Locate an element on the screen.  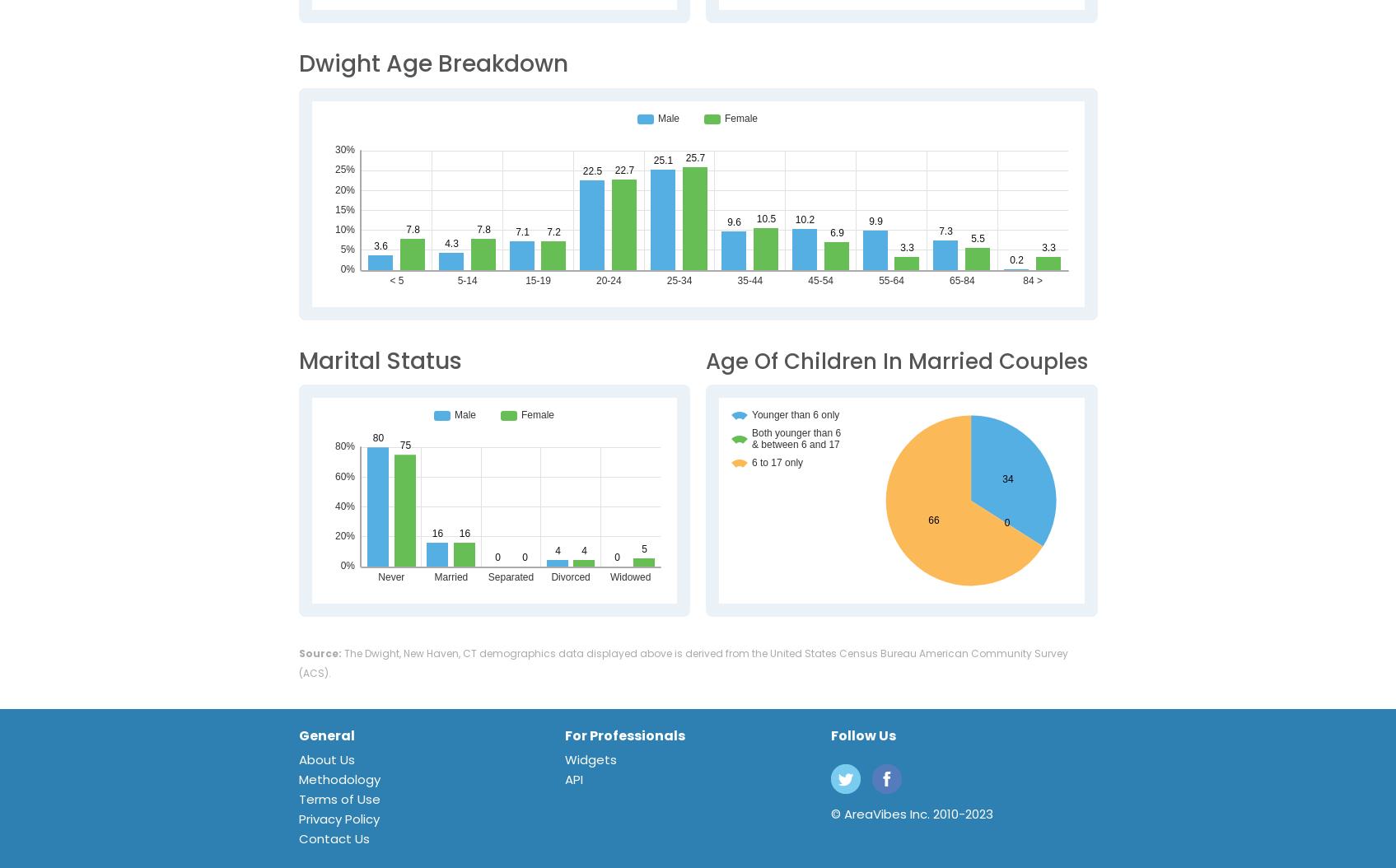
'For Professionals' is located at coordinates (563, 735).